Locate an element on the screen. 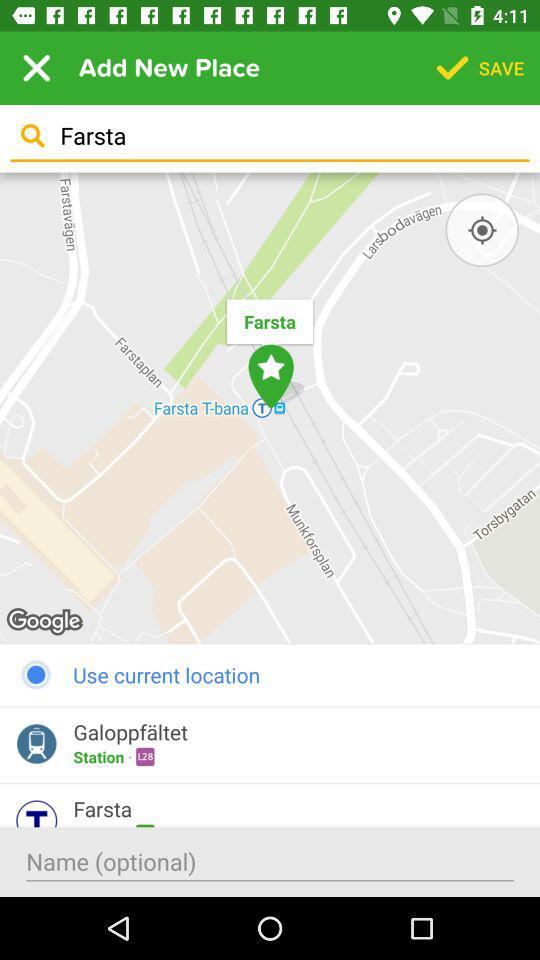 Image resolution: width=540 pixels, height=960 pixels. item to the left of add new place icon is located at coordinates (36, 68).